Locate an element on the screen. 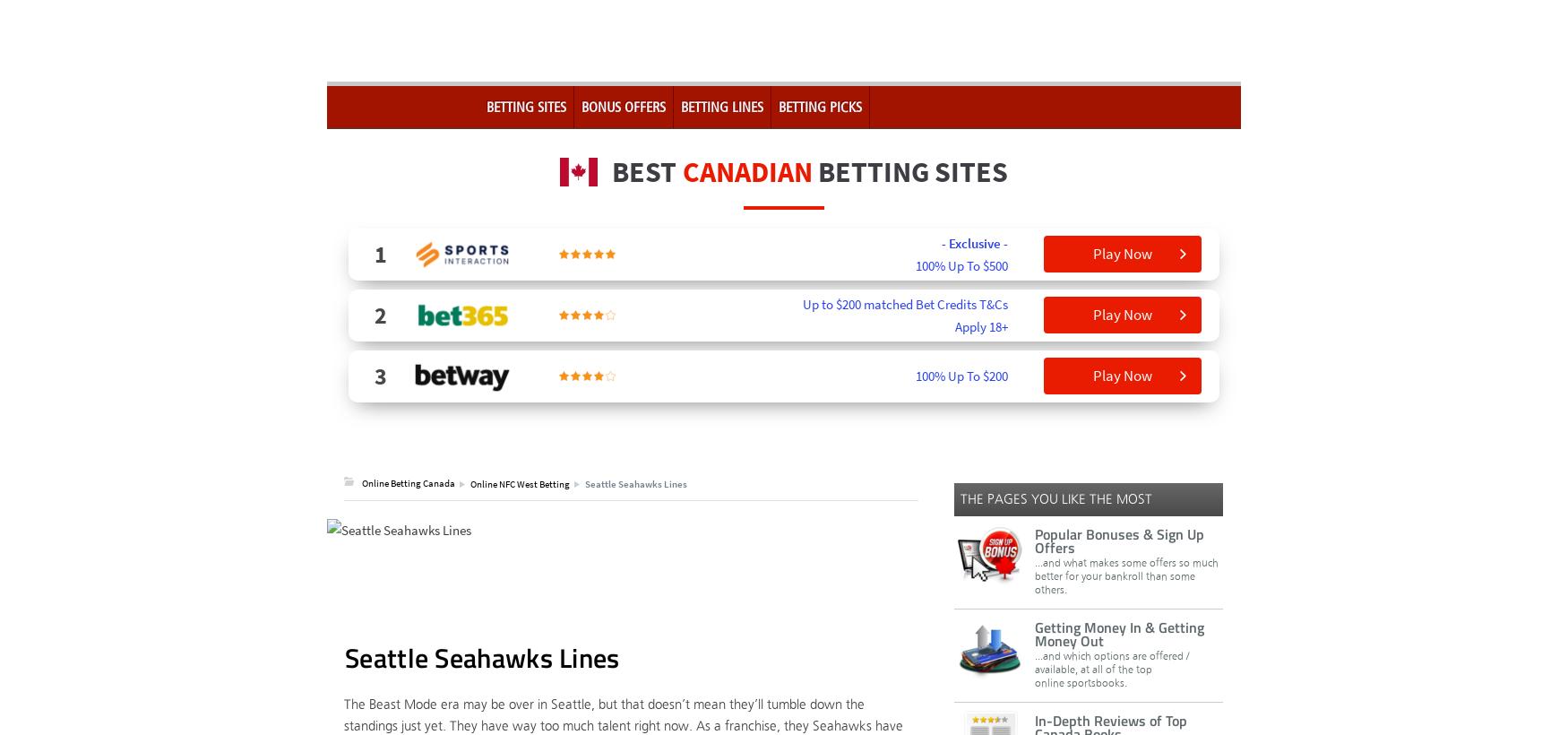 Image resolution: width=1568 pixels, height=735 pixels. '...and which options are offered / available, at all of the top online sportsbooks.' is located at coordinates (1034, 668).